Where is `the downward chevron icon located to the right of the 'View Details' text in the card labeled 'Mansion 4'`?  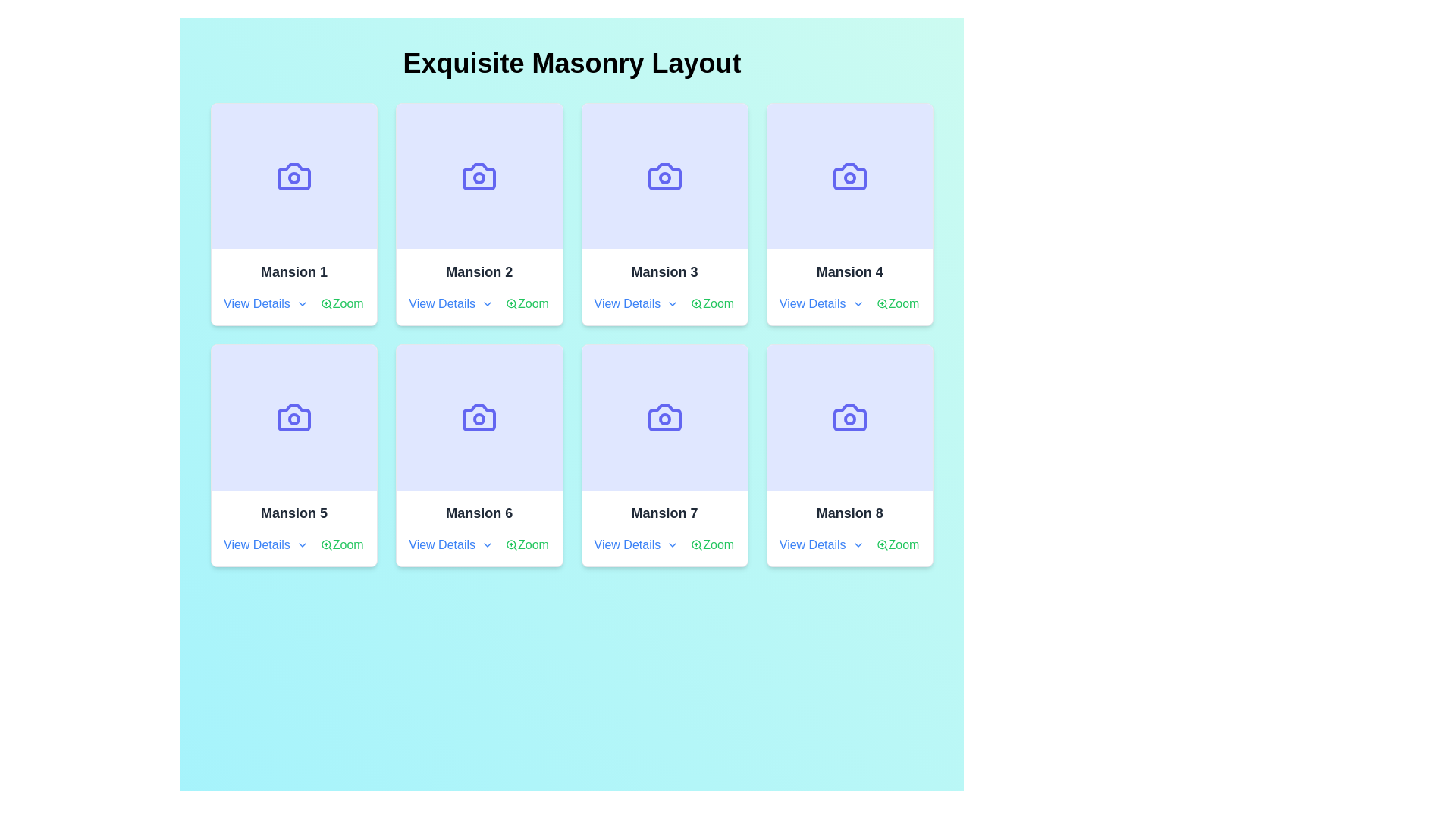
the downward chevron icon located to the right of the 'View Details' text in the card labeled 'Mansion 4' is located at coordinates (858, 304).